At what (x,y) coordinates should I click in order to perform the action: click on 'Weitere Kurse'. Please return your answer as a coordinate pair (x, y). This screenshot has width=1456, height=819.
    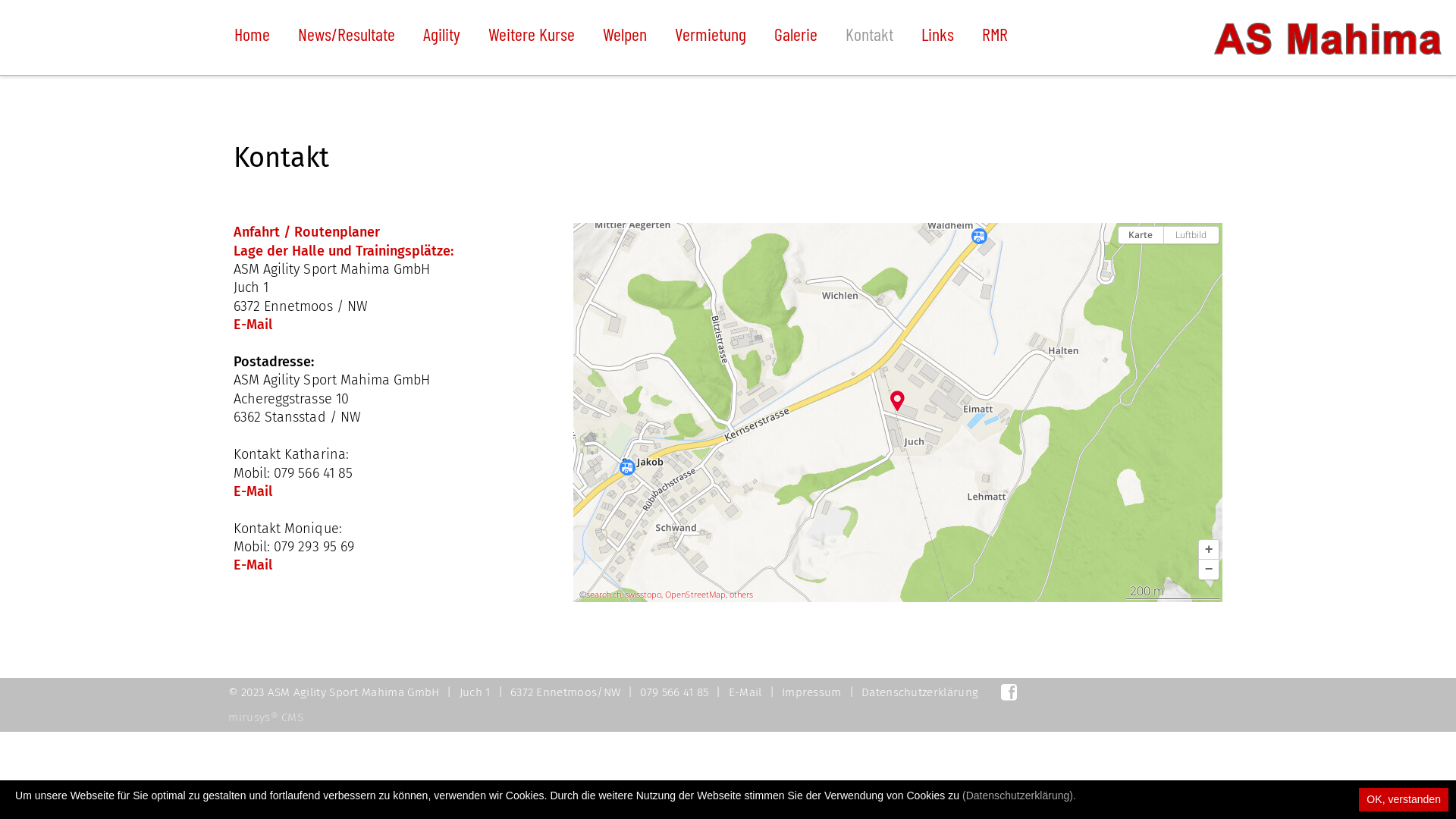
    Looking at the image, I should click on (531, 37).